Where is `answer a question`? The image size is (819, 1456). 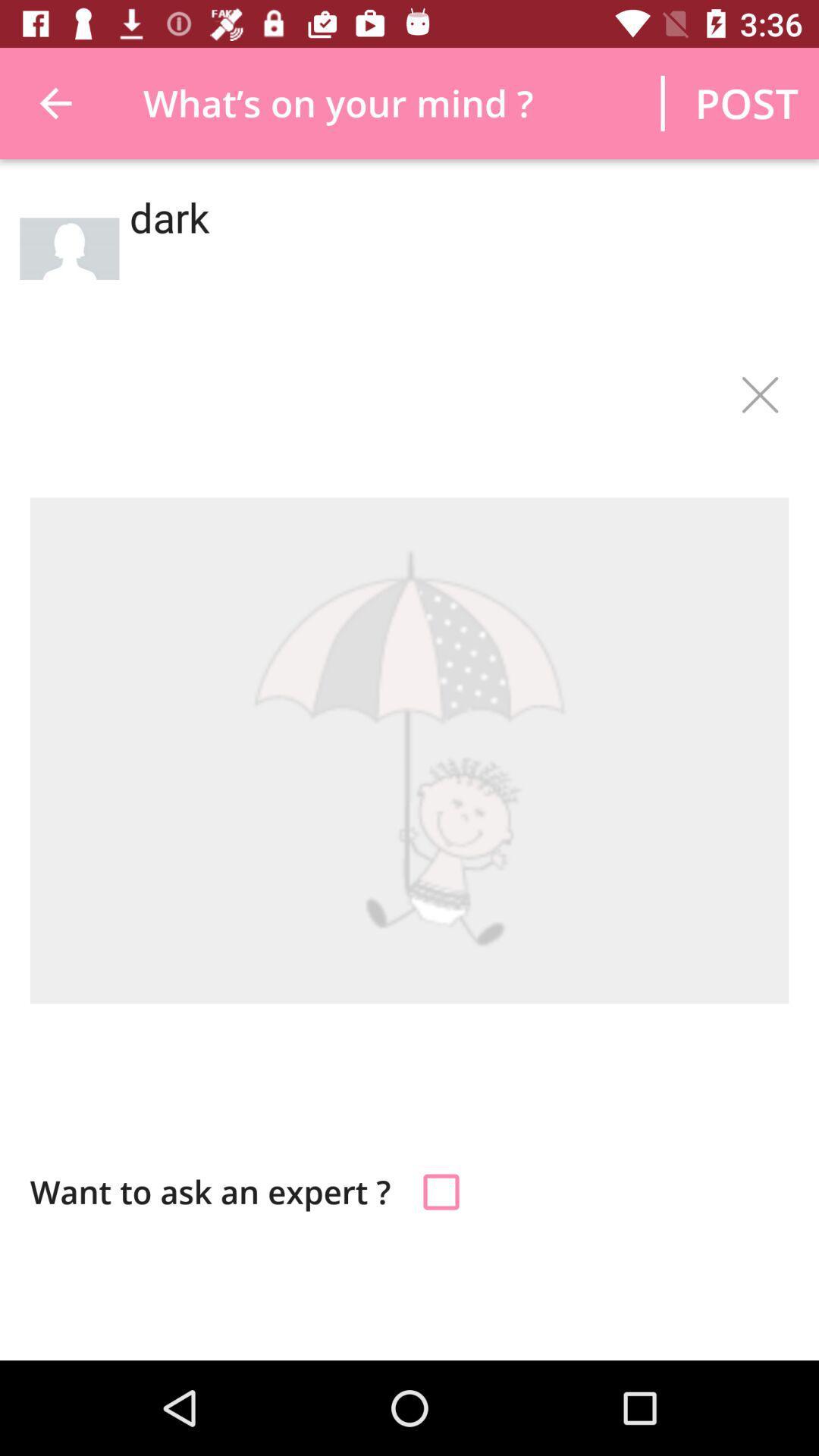 answer a question is located at coordinates (441, 1191).